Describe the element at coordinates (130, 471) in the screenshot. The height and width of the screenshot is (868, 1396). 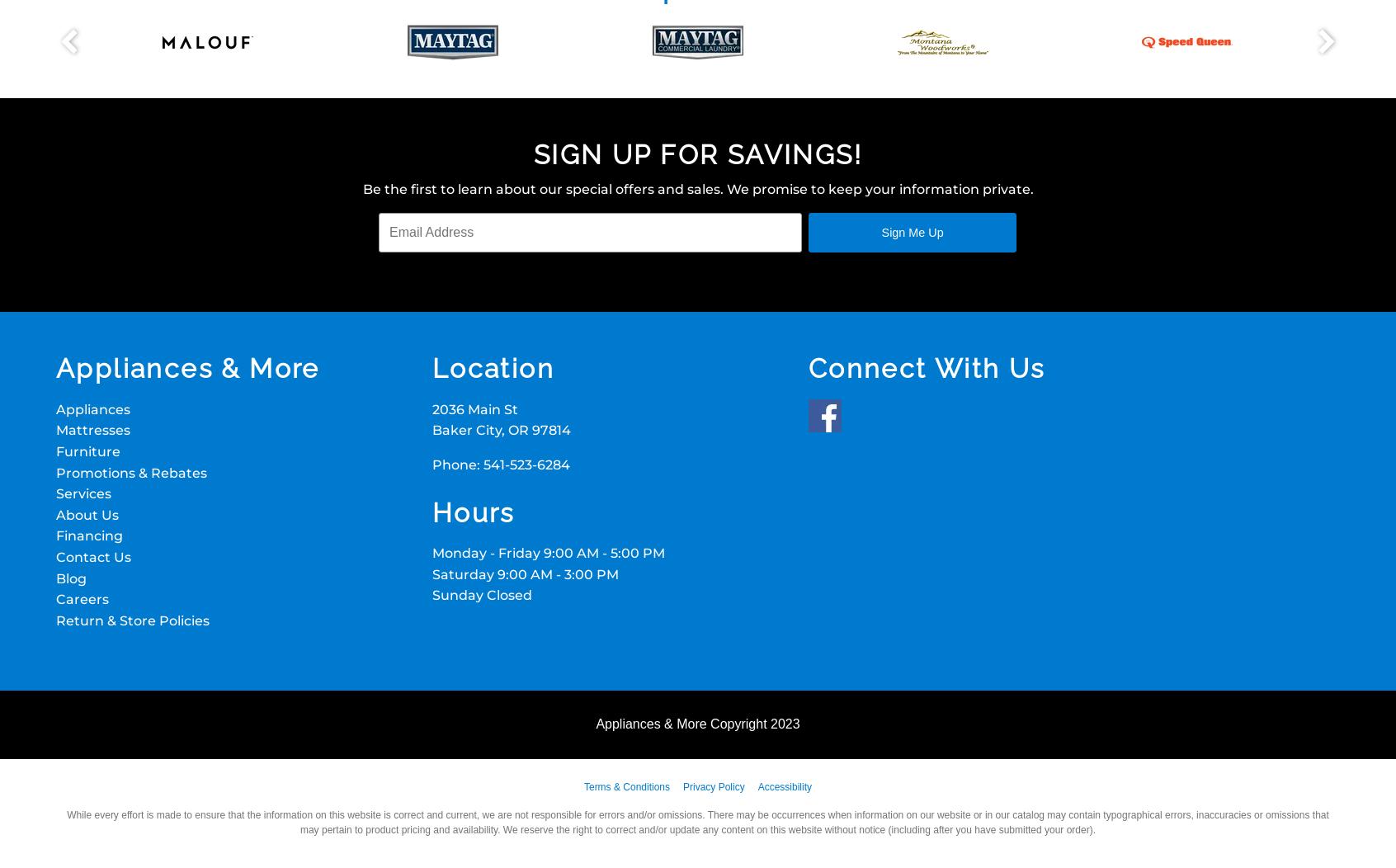
I see `'Promotions & Rebates'` at that location.